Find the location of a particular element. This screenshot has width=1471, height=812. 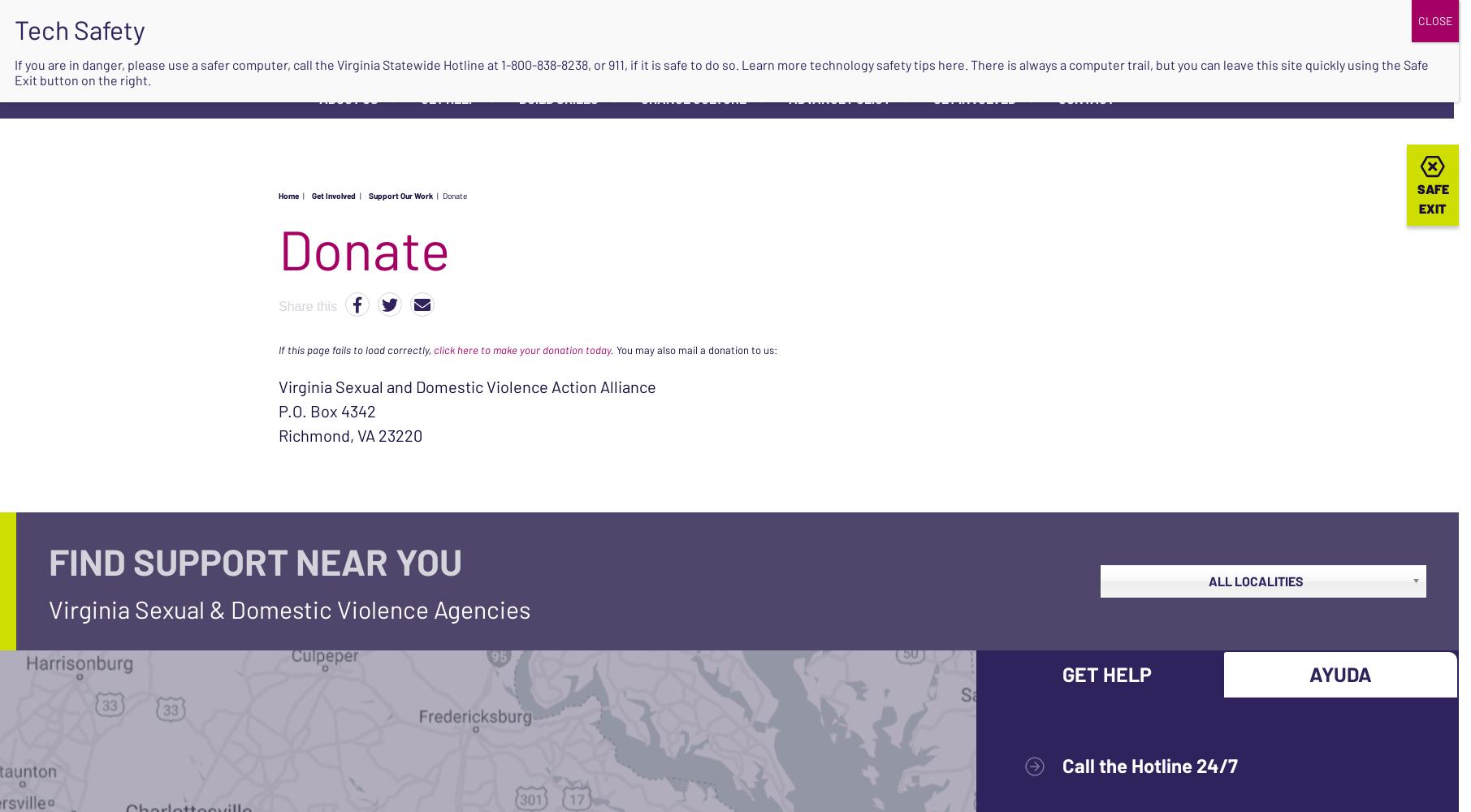

', or 911, if it is safe to do so. Learn more' is located at coordinates (699, 63).